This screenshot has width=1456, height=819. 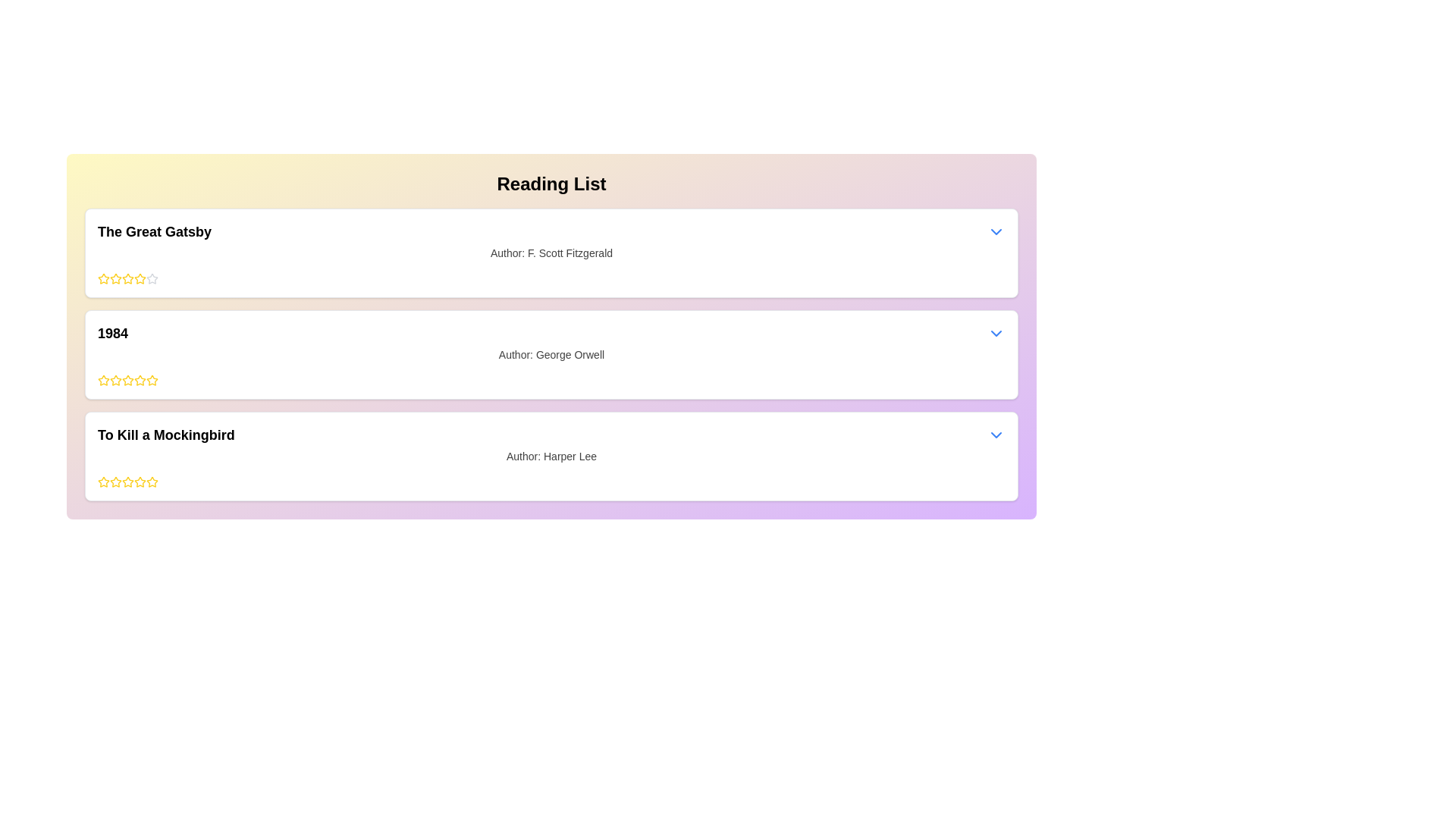 What do you see at coordinates (140, 278) in the screenshot?
I see `the second star in the rating system under 'The Great Gatsby'` at bounding box center [140, 278].